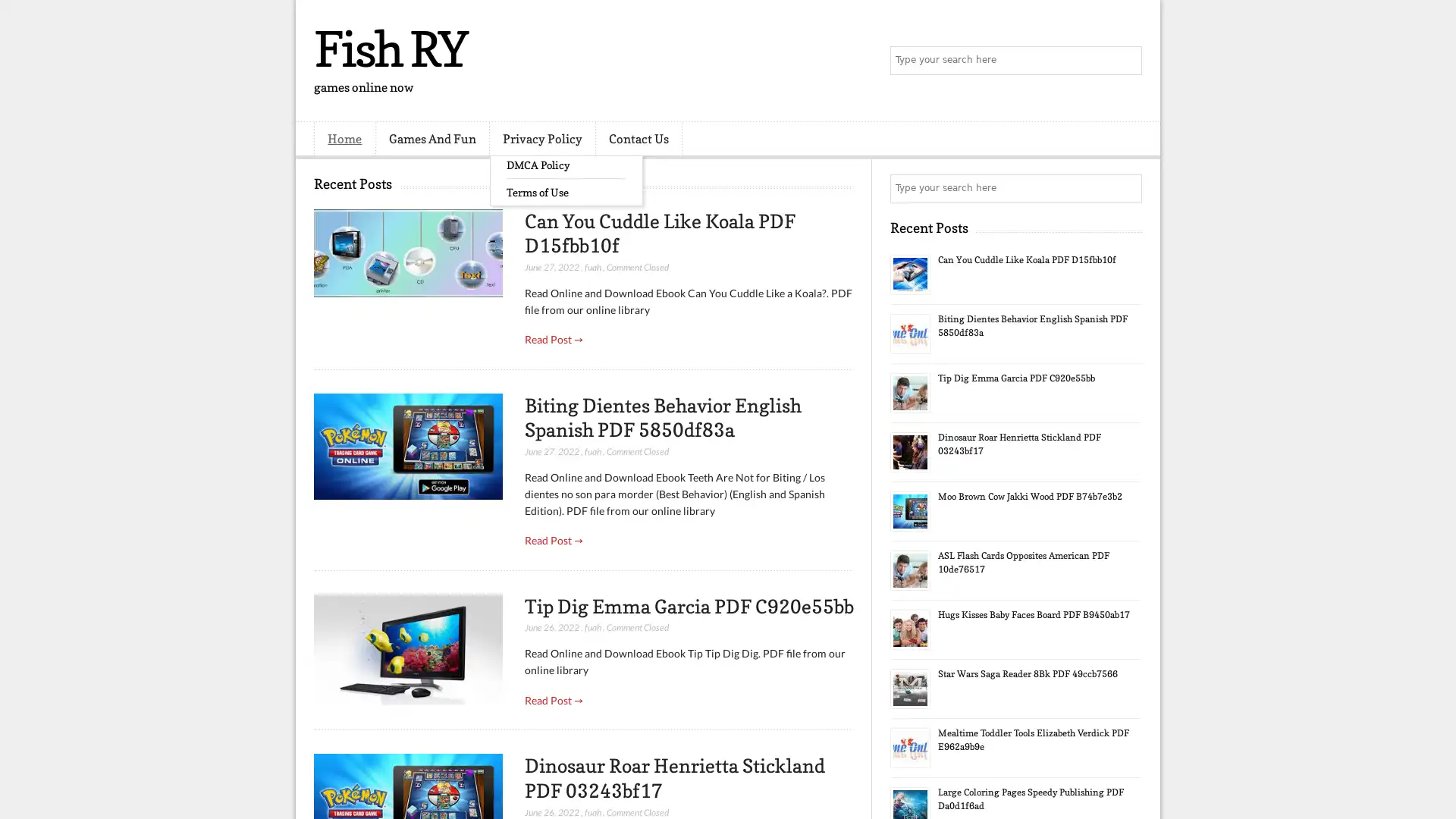 Image resolution: width=1456 pixels, height=819 pixels. Describe the element at coordinates (1126, 61) in the screenshot. I see `Search` at that location.